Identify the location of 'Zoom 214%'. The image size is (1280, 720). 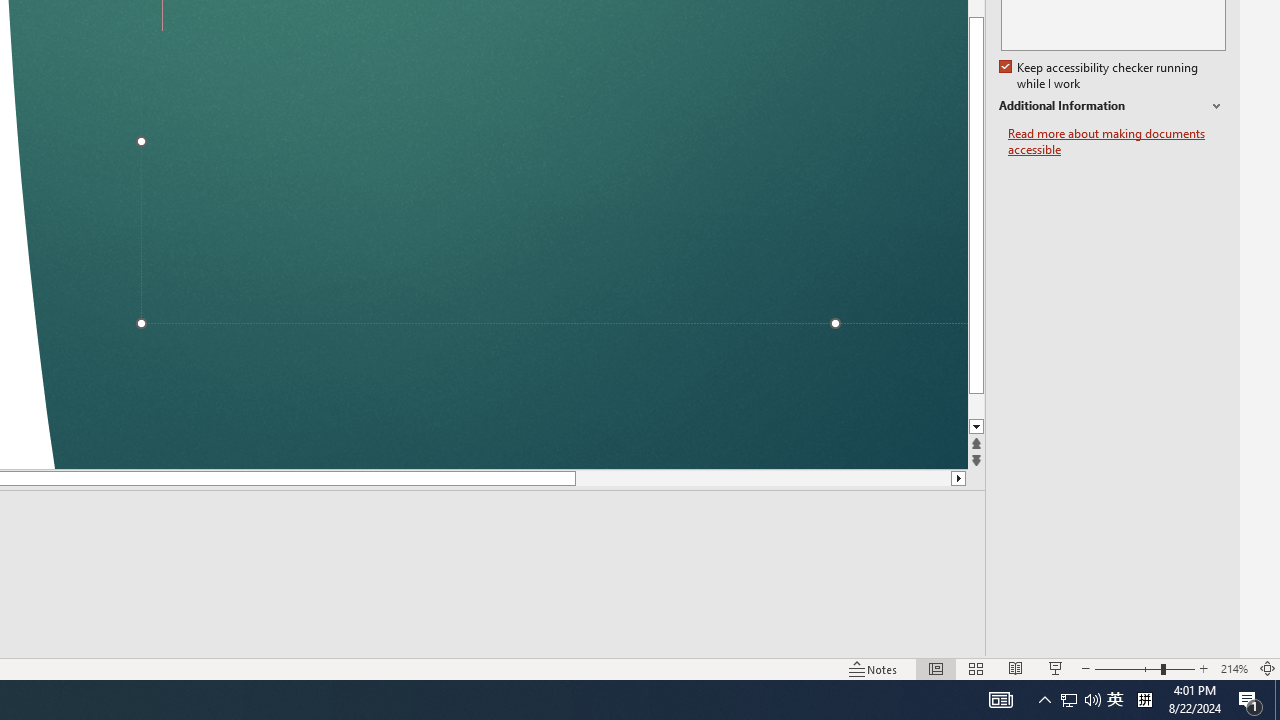
(1233, 669).